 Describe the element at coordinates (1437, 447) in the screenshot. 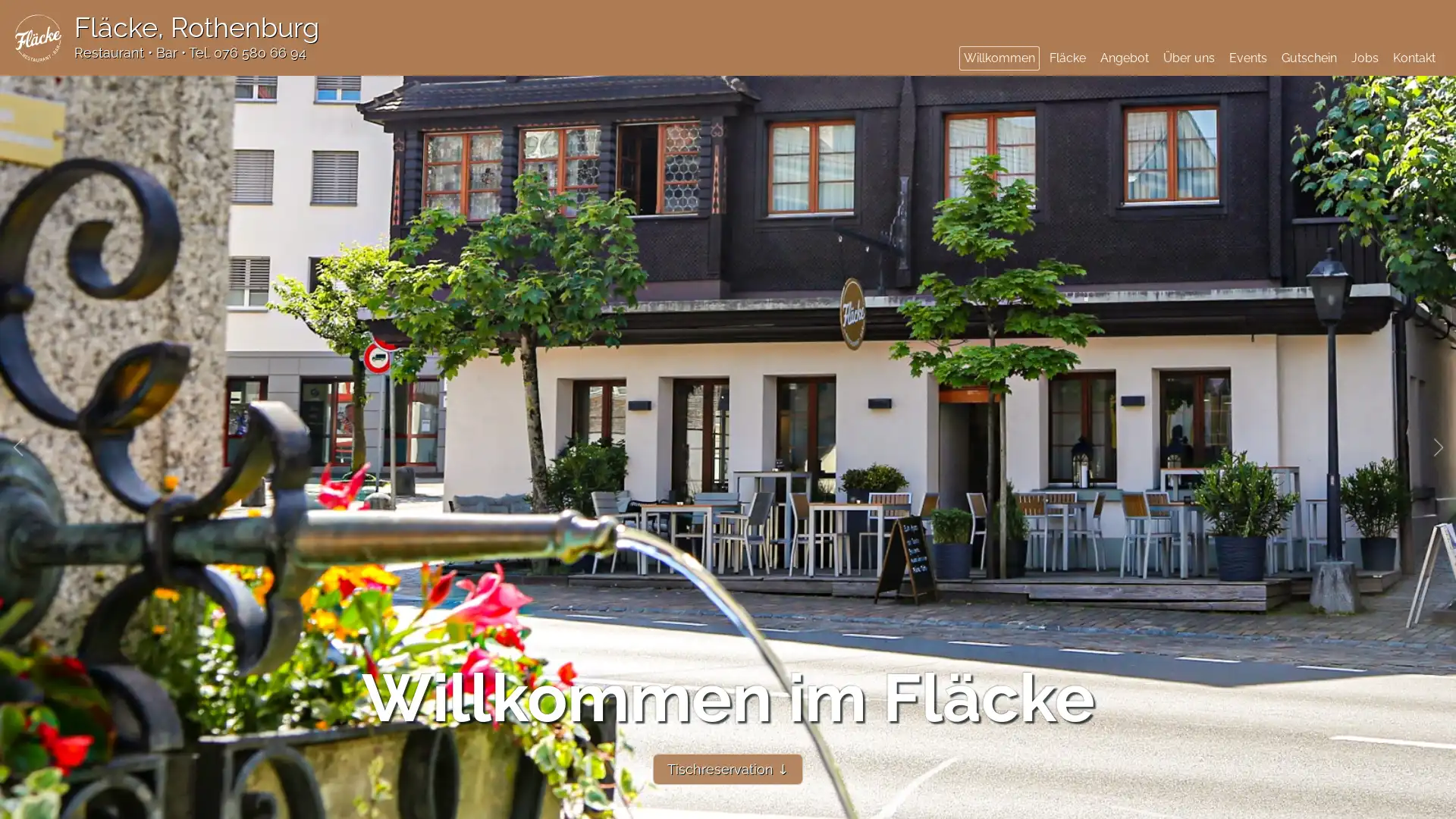

I see `Next slide` at that location.